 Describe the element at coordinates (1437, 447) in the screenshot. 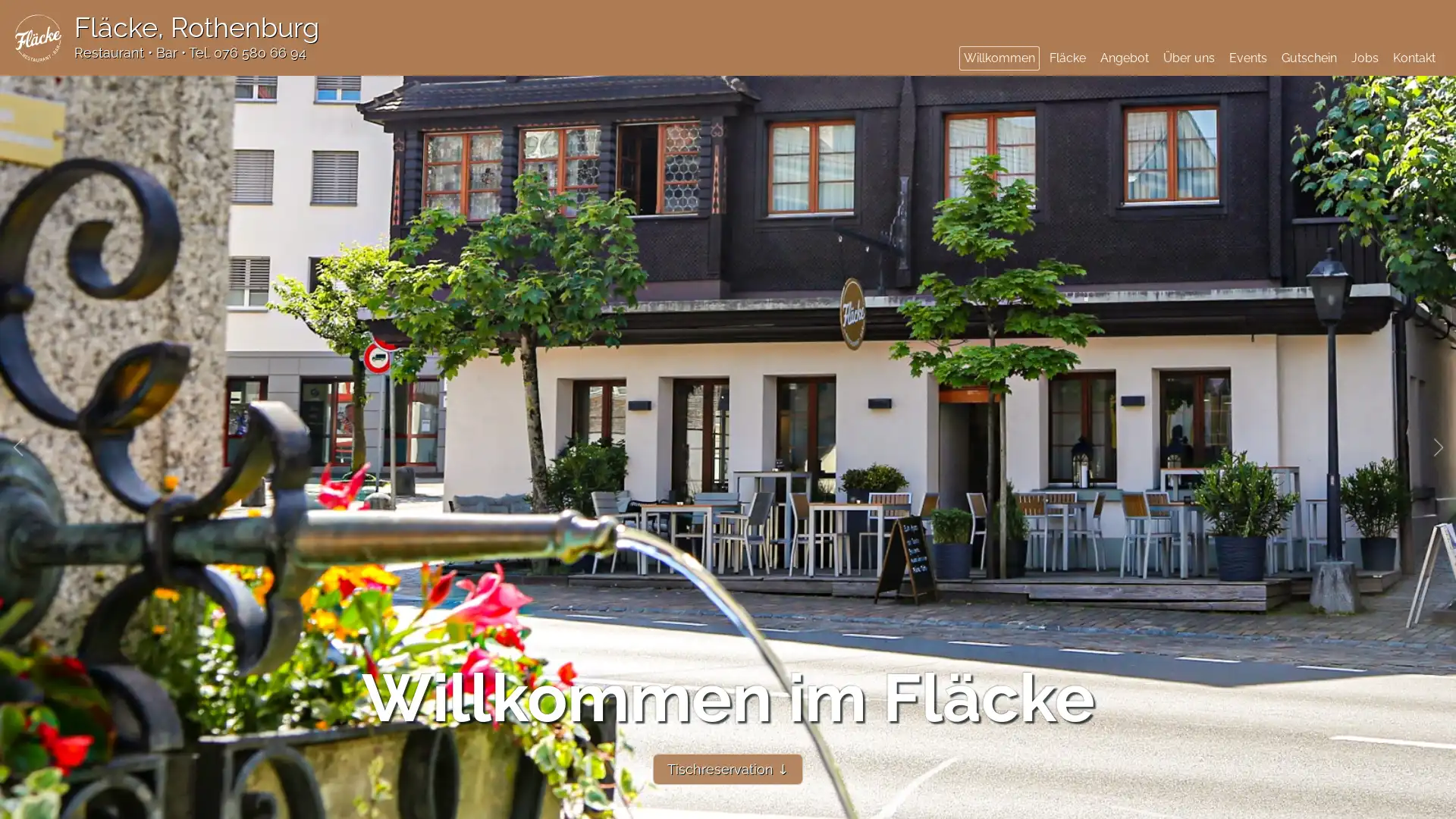

I see `Next slide` at that location.